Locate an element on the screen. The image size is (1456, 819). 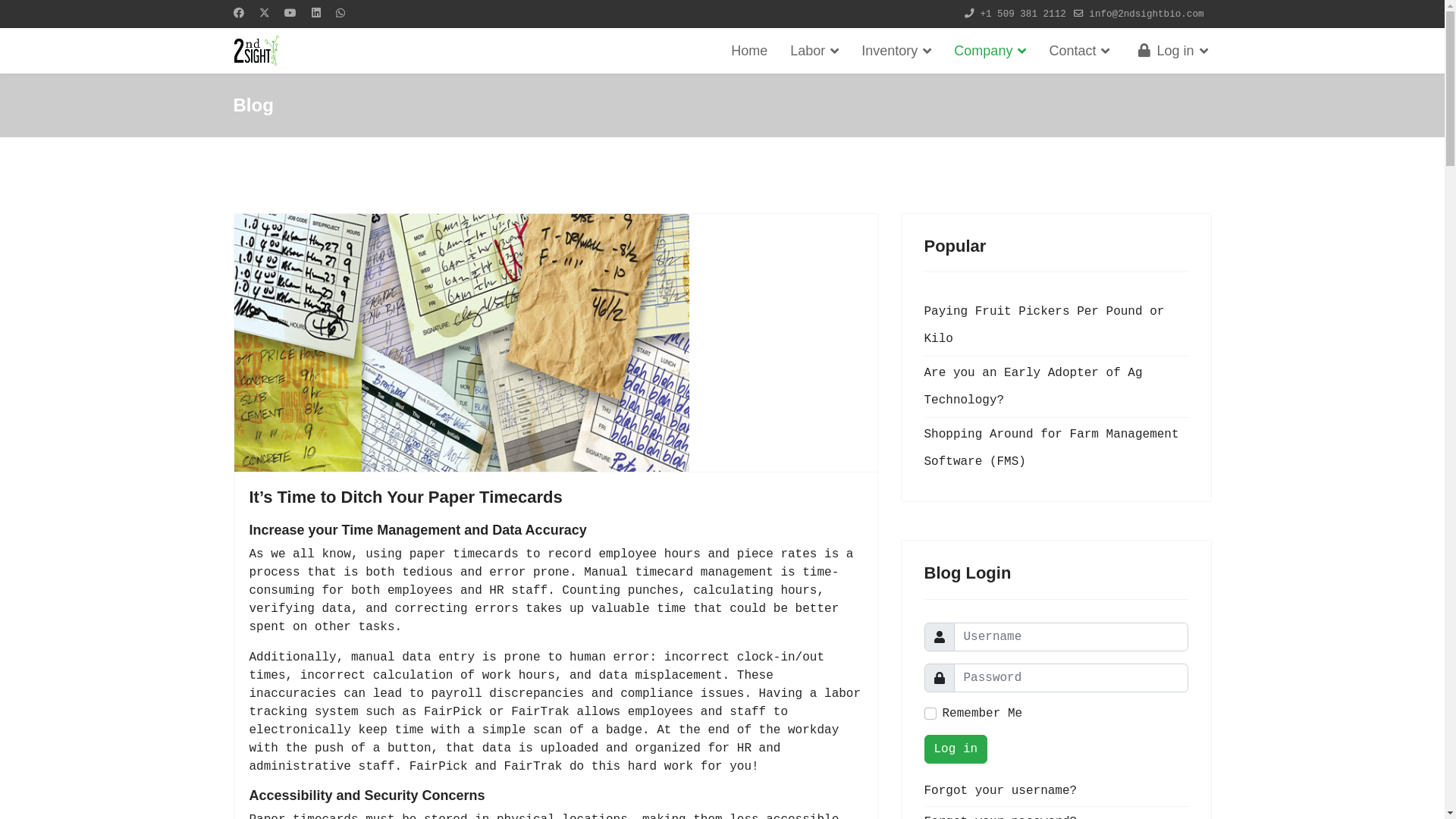
'Labor' is located at coordinates (779, 49).